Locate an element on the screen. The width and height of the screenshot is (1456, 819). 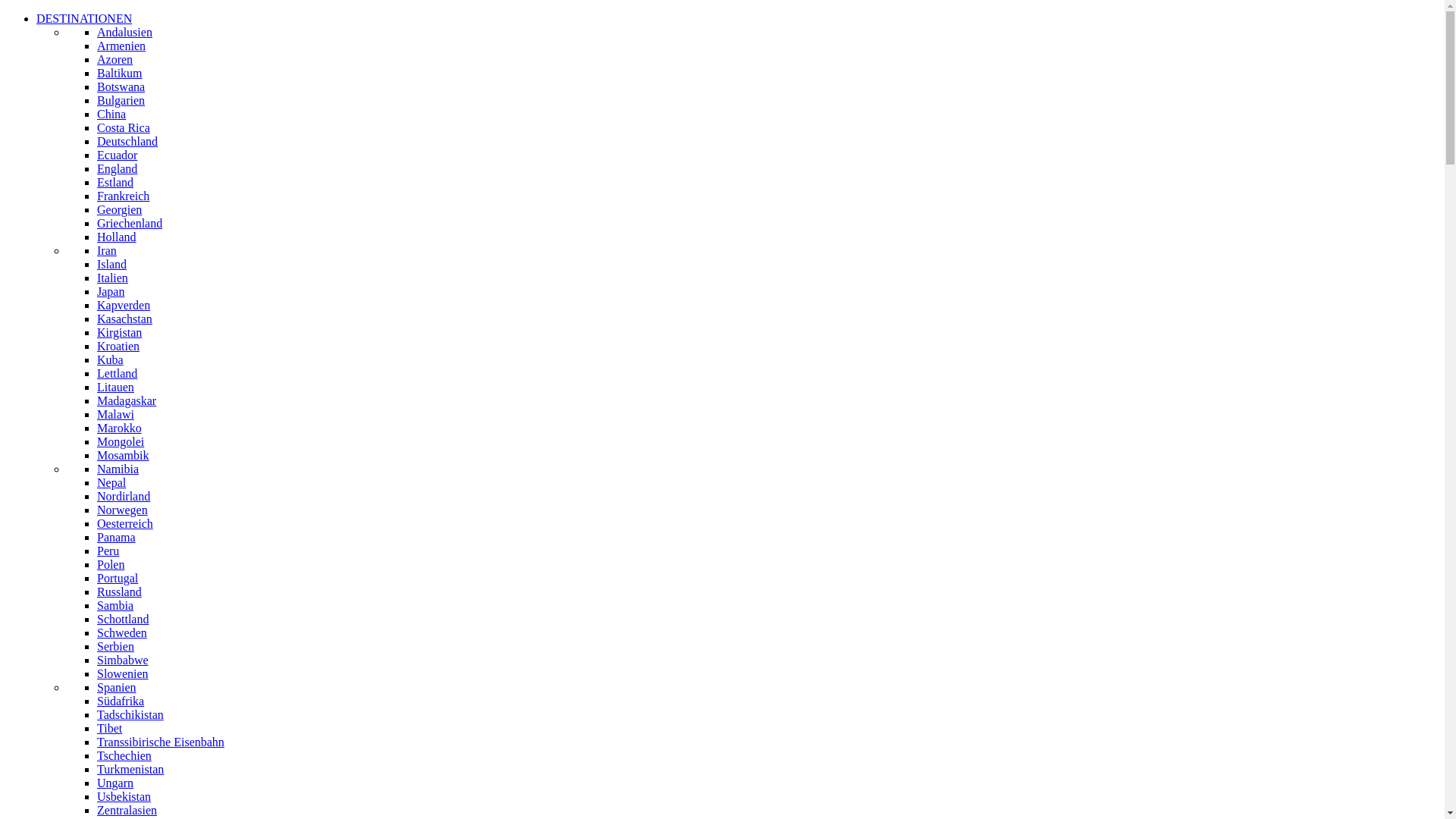
'Schottland' is located at coordinates (96, 619).